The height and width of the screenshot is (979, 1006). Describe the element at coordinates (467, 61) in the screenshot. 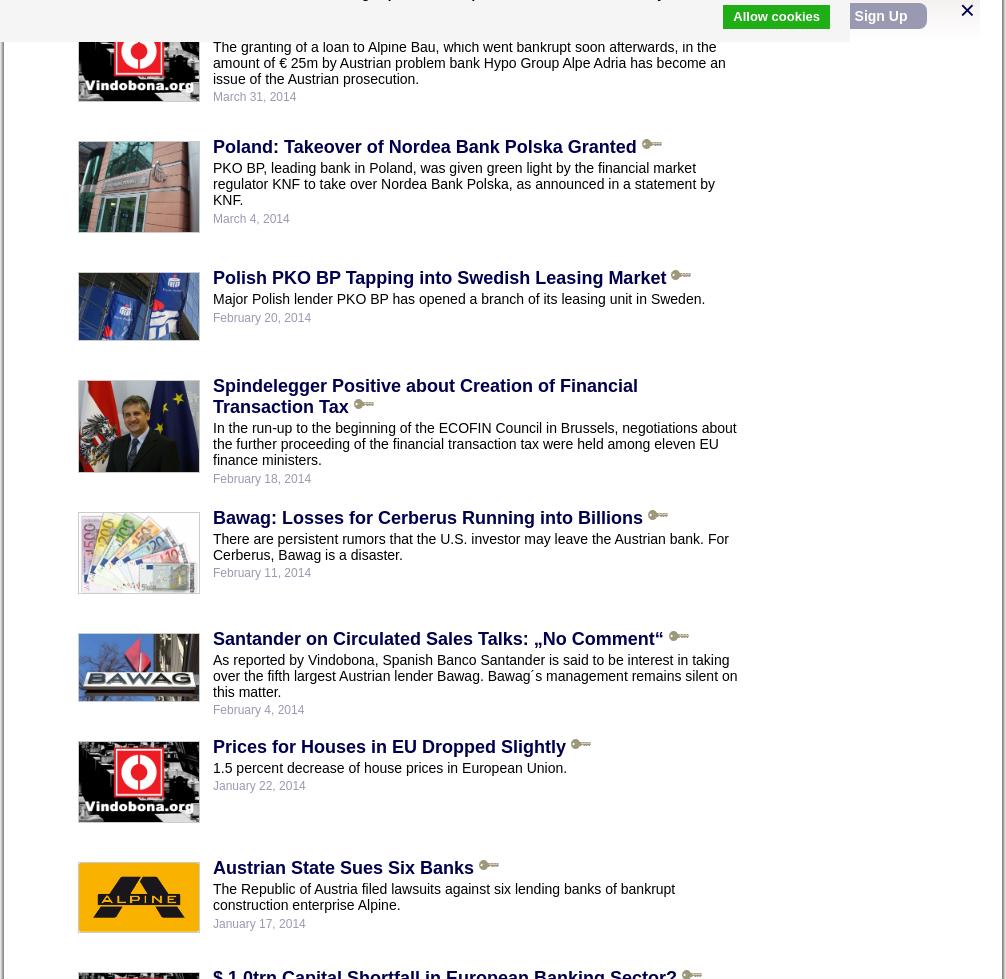

I see `'The granting of a loan to Alpine Bau, which went bankrupt soon afterwards, in the amount of € 25m by Austrian problem bank Hypo Group Alpe Adria has become an issue of the Austrian prosecution.'` at that location.